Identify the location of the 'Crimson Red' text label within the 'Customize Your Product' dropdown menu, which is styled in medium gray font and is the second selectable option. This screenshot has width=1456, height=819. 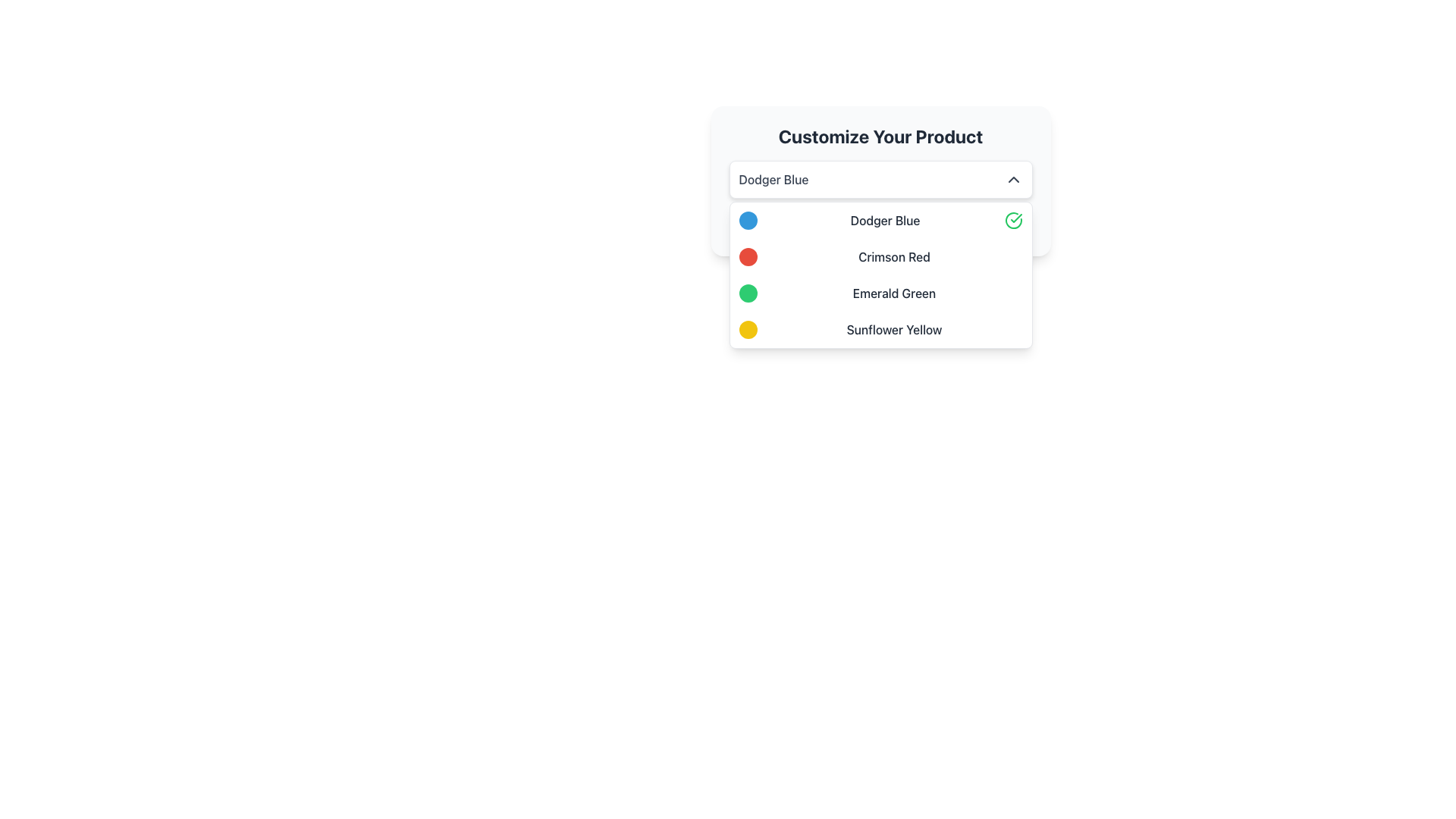
(894, 256).